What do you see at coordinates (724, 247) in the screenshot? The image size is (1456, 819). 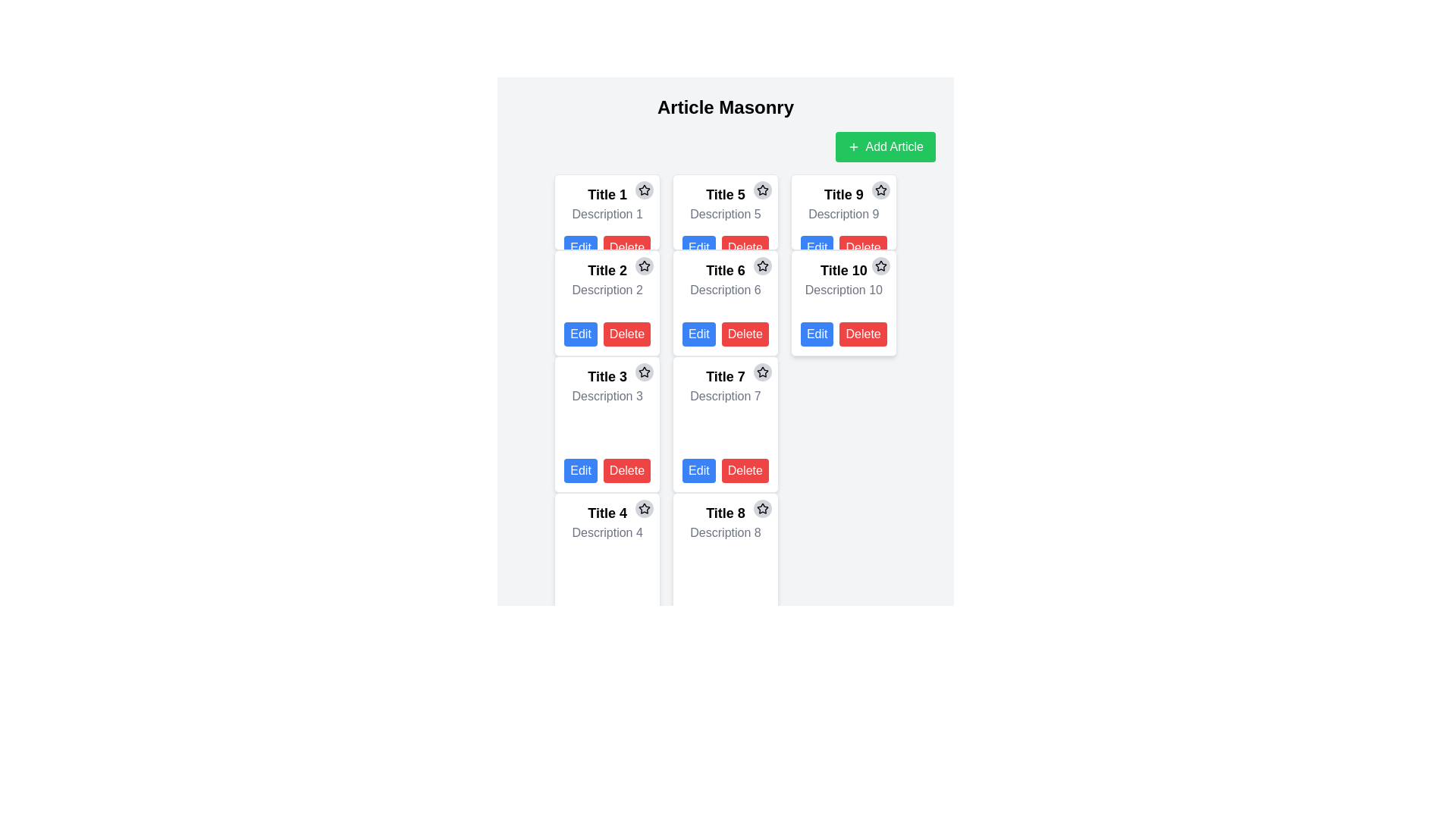 I see `the 'Delete' button in the horizontal button group located at the bottom of the card titled 'Title 5' to initiate deletion` at bounding box center [724, 247].